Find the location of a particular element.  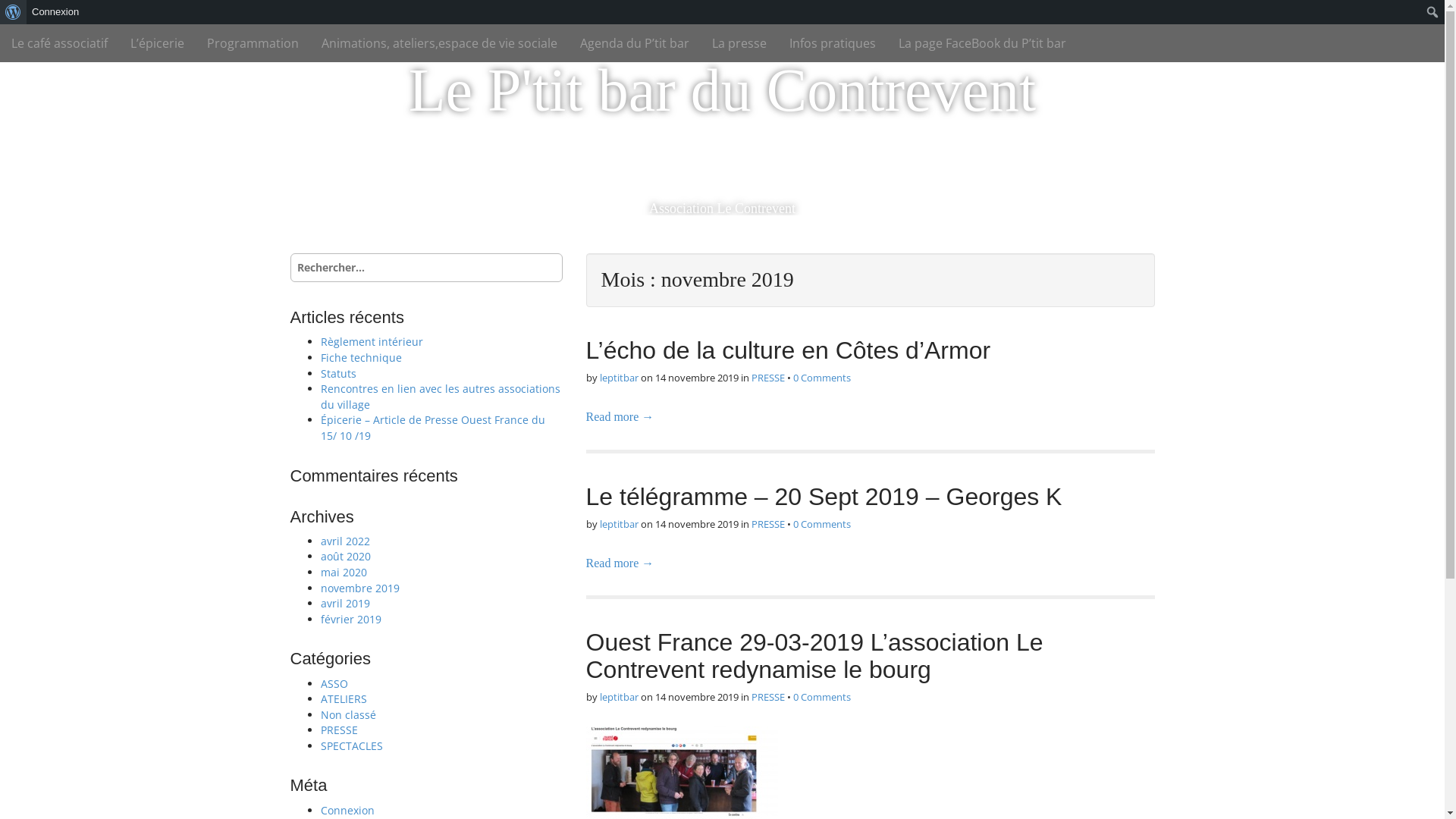

'Animations, ateliers,espace de vie sociale' is located at coordinates (438, 42).